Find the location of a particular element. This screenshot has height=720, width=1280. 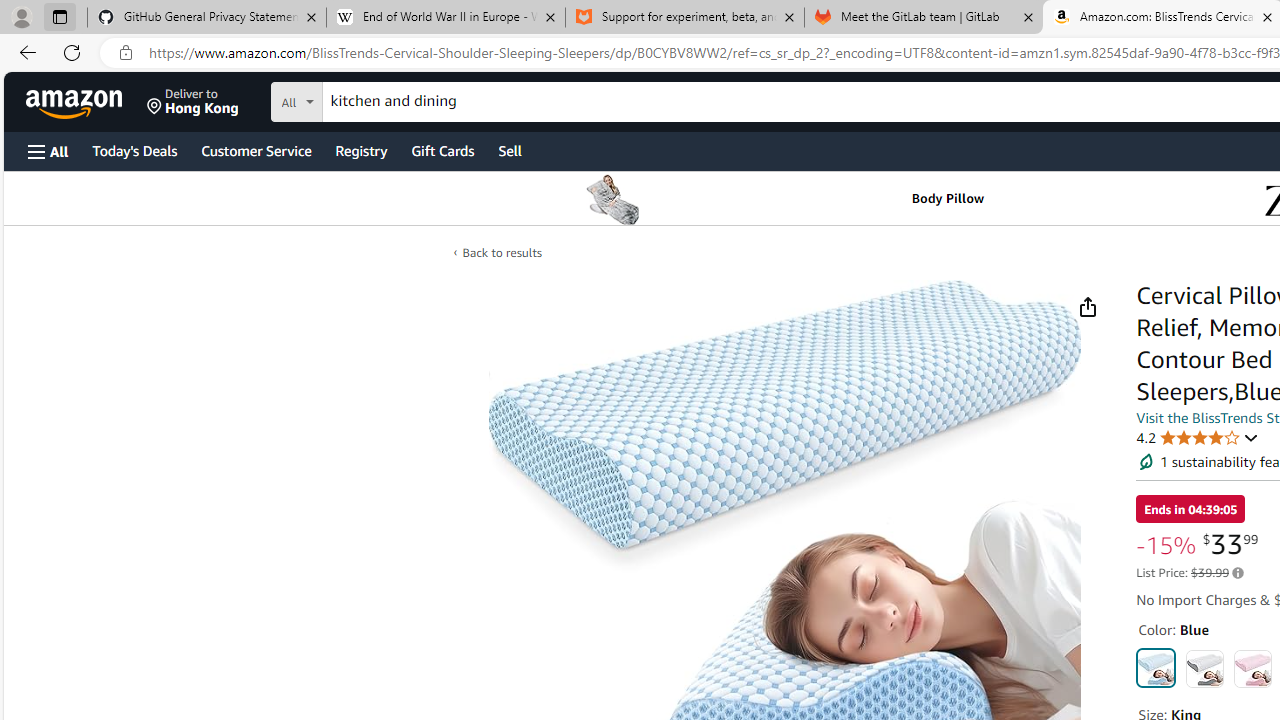

'Meet the GitLab team | GitLab' is located at coordinates (923, 17).